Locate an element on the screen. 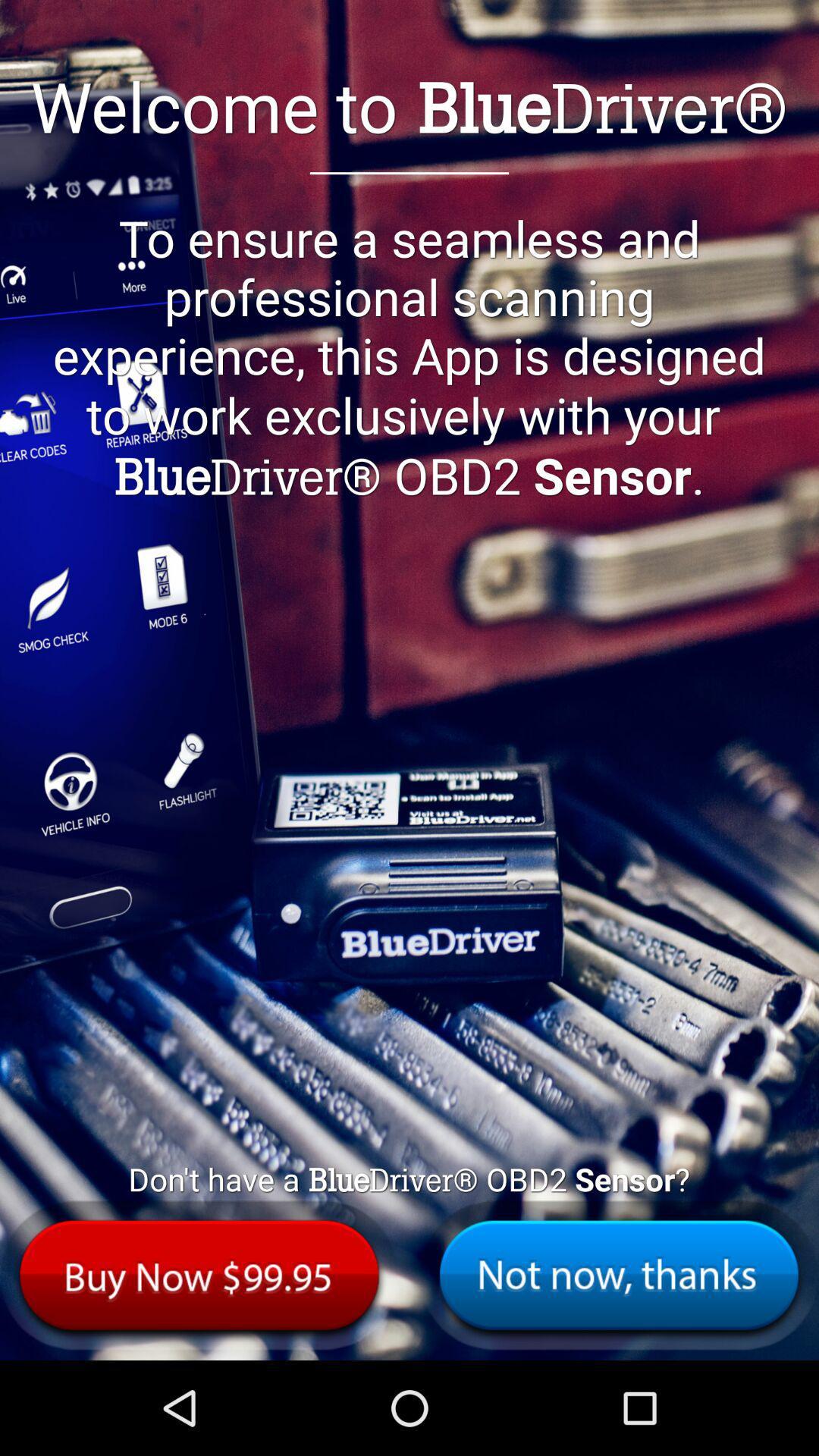 This screenshot has height=1456, width=819. pay 99.95 to buy is located at coordinates (199, 1274).